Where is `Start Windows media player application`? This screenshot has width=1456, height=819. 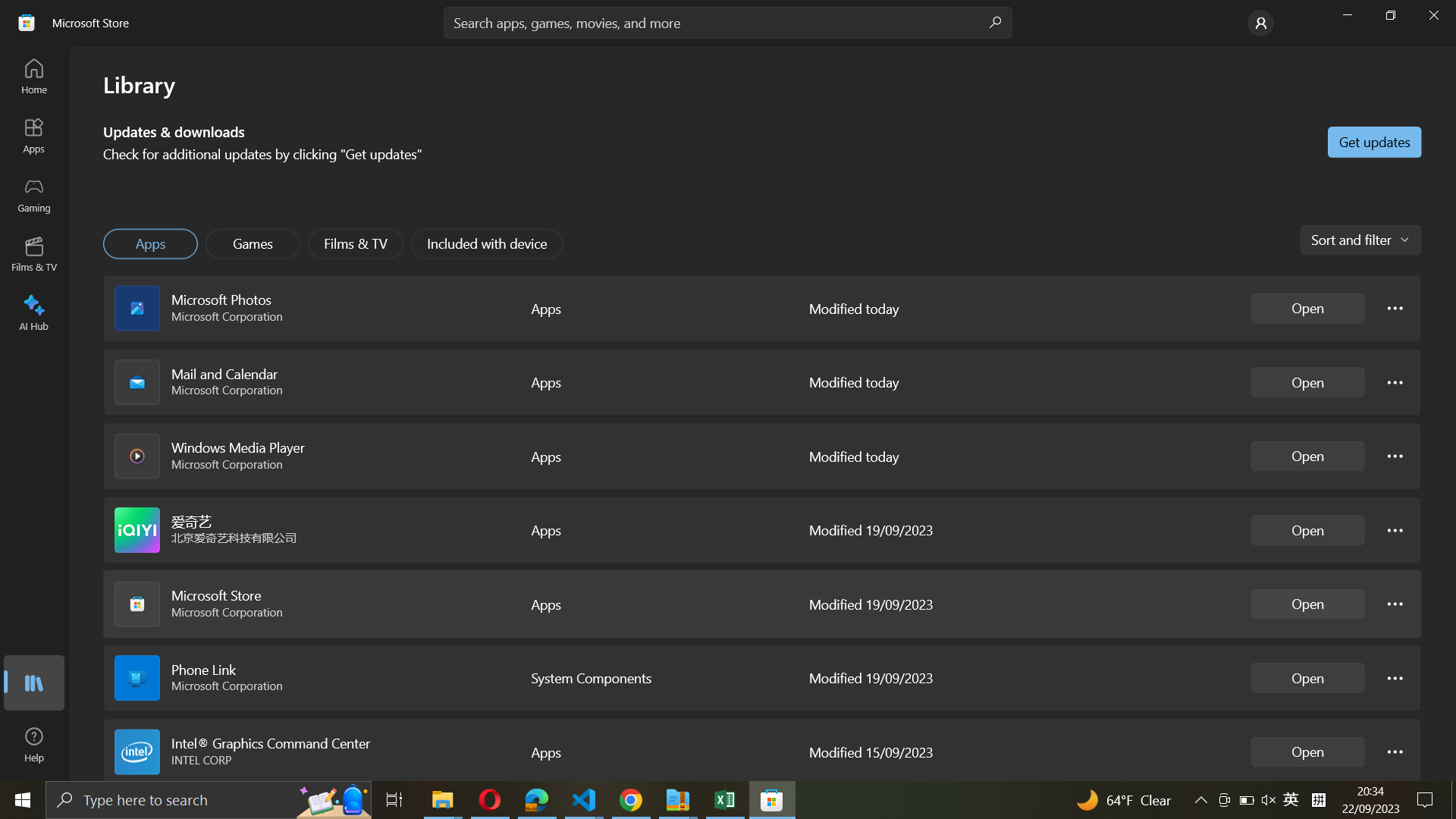
Start Windows media player application is located at coordinates (1307, 454).